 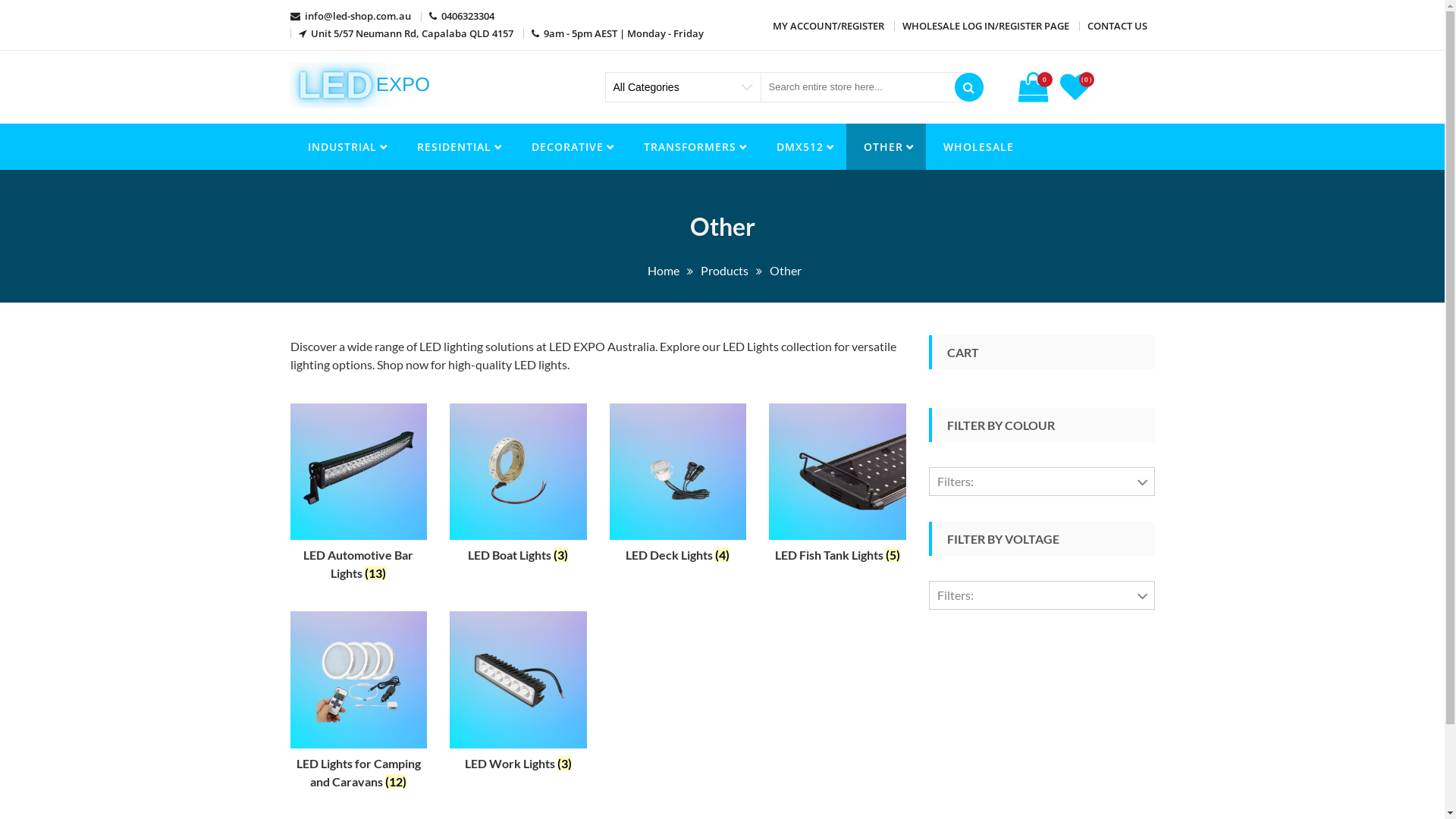 I want to click on 'Yellow 1', so click(x=972, y=739).